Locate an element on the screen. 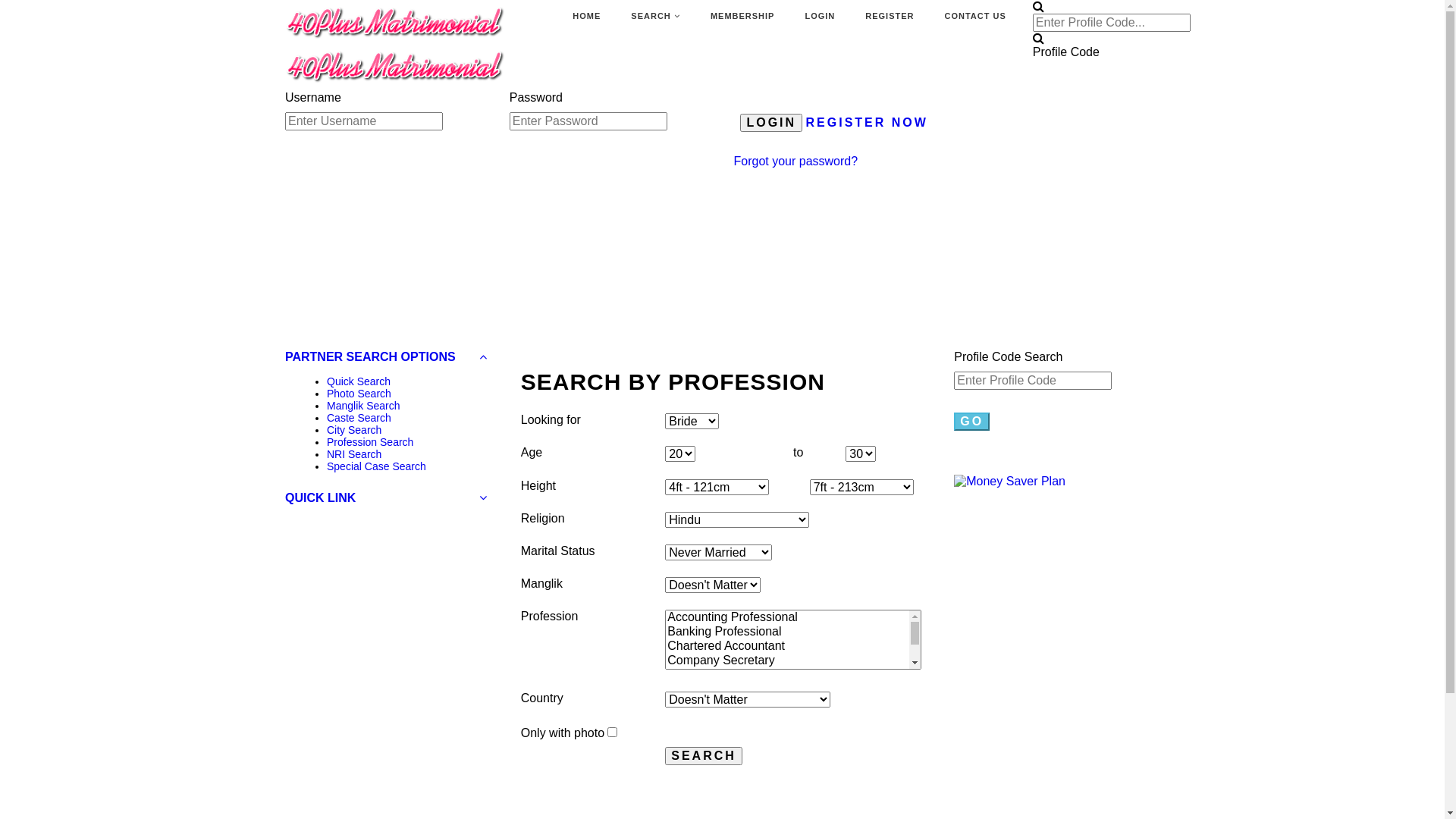 The image size is (1456, 819). 'CONTACT US' is located at coordinates (975, 17).